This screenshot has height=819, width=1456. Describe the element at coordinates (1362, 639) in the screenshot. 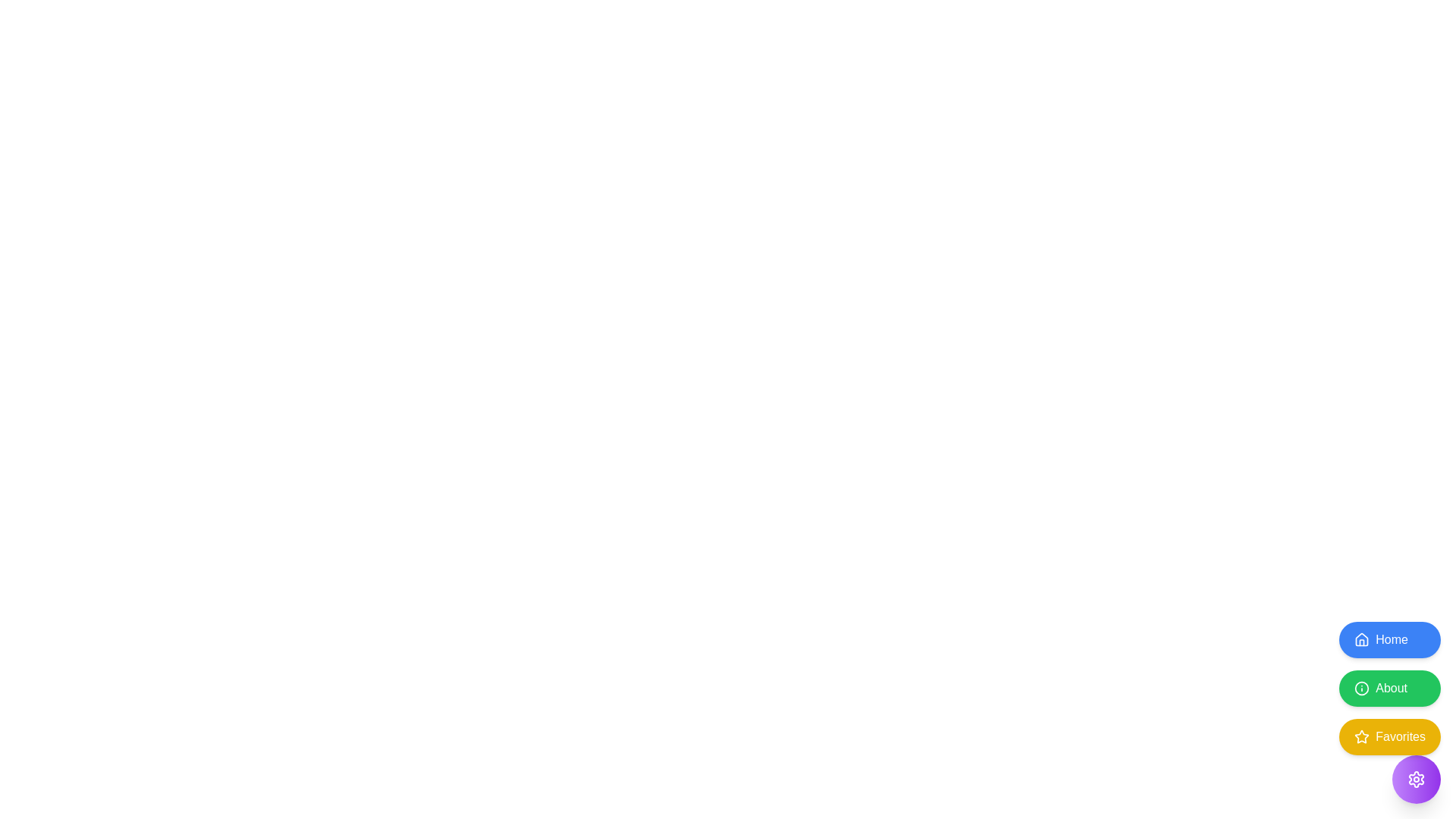

I see `the house-shaped icon located inside the blue 'Home' button at the top of the sidebar` at that location.